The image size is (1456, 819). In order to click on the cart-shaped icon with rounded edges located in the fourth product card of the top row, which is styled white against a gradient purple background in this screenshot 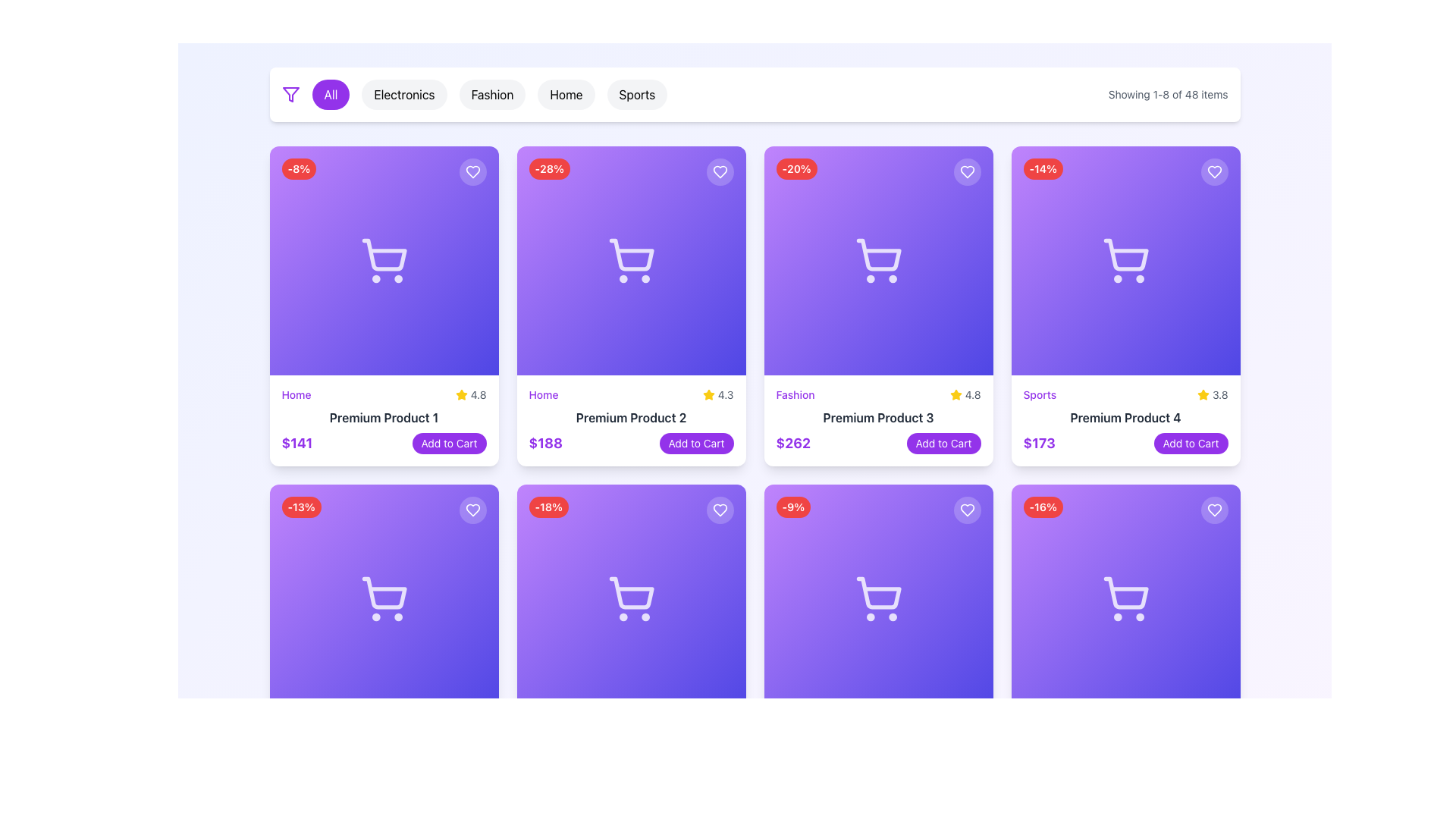, I will do `click(1125, 254)`.